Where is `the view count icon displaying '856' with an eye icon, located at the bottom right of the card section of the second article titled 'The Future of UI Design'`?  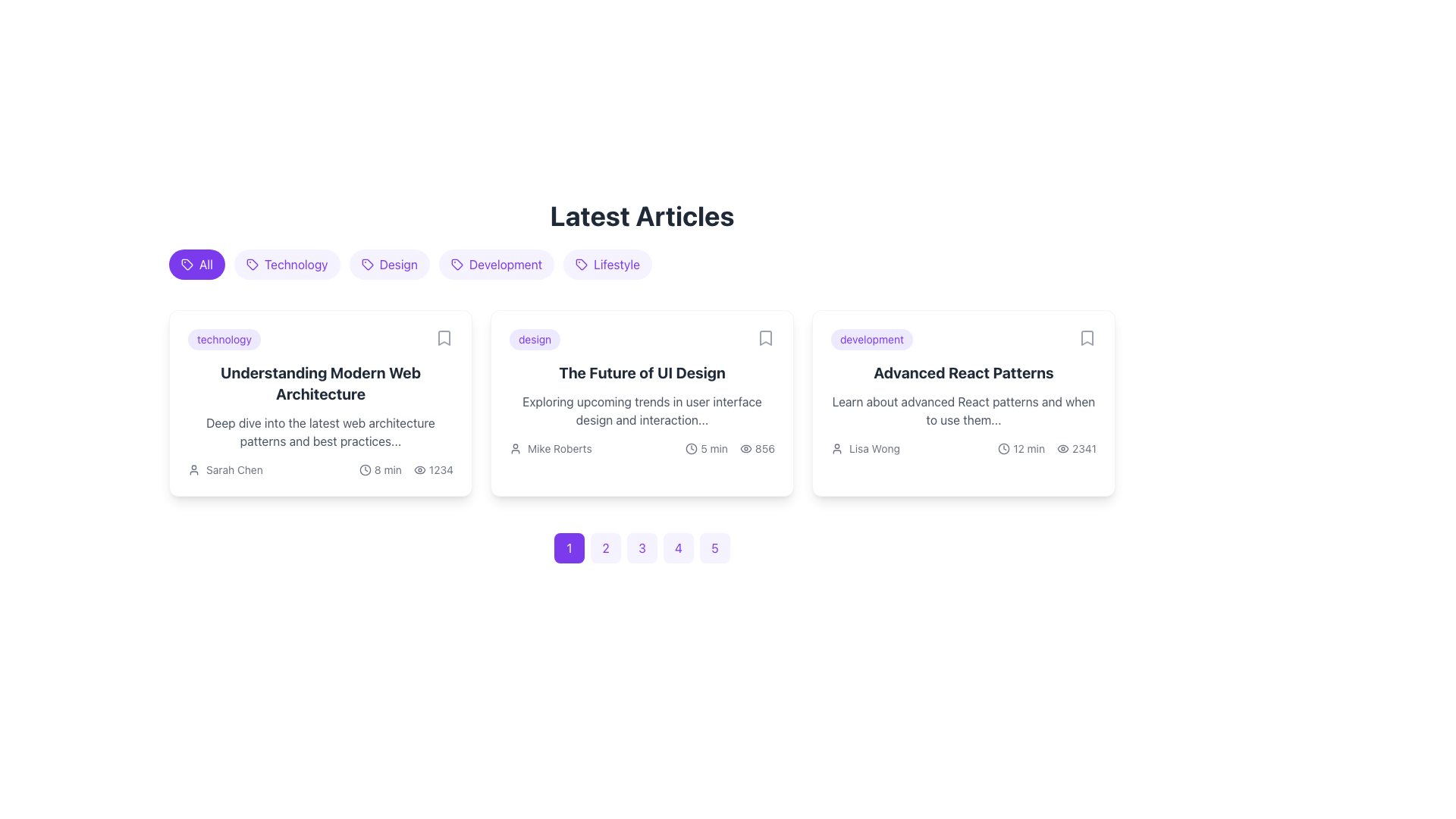
the view count icon displaying '856' with an eye icon, located at the bottom right of the card section of the second article titled 'The Future of UI Design' is located at coordinates (757, 447).